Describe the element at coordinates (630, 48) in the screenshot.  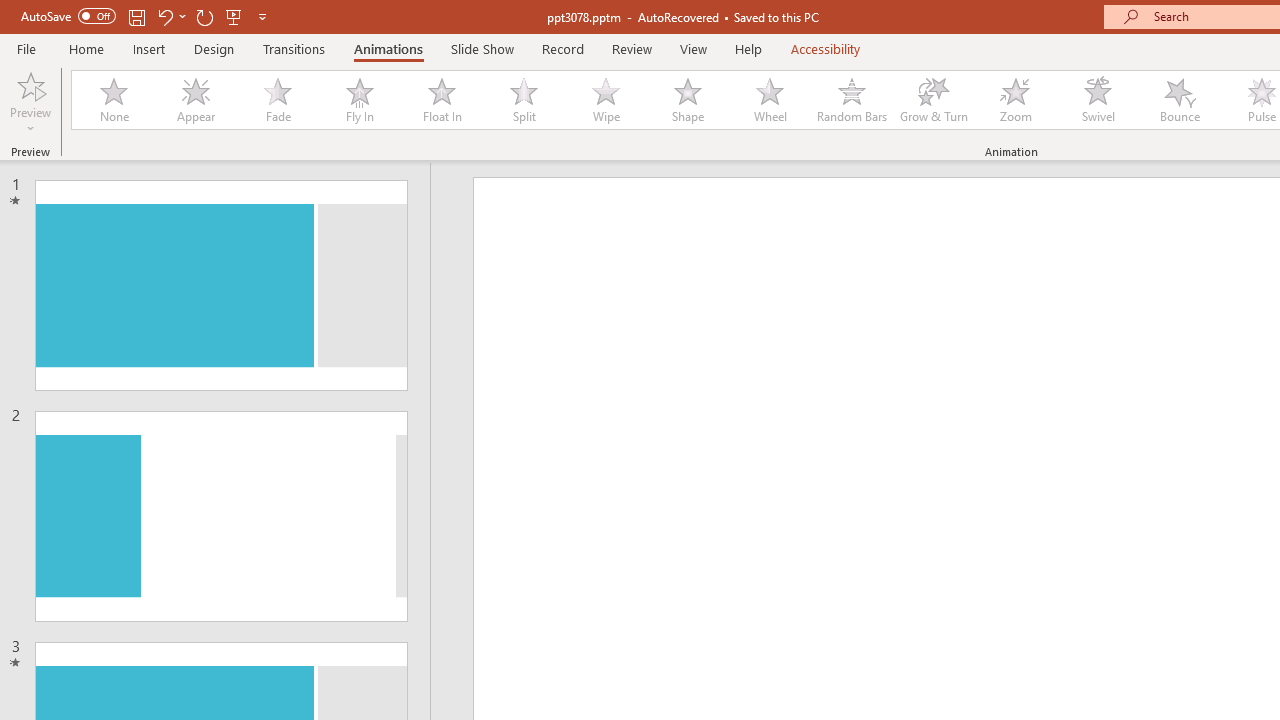
I see `'Review'` at that location.